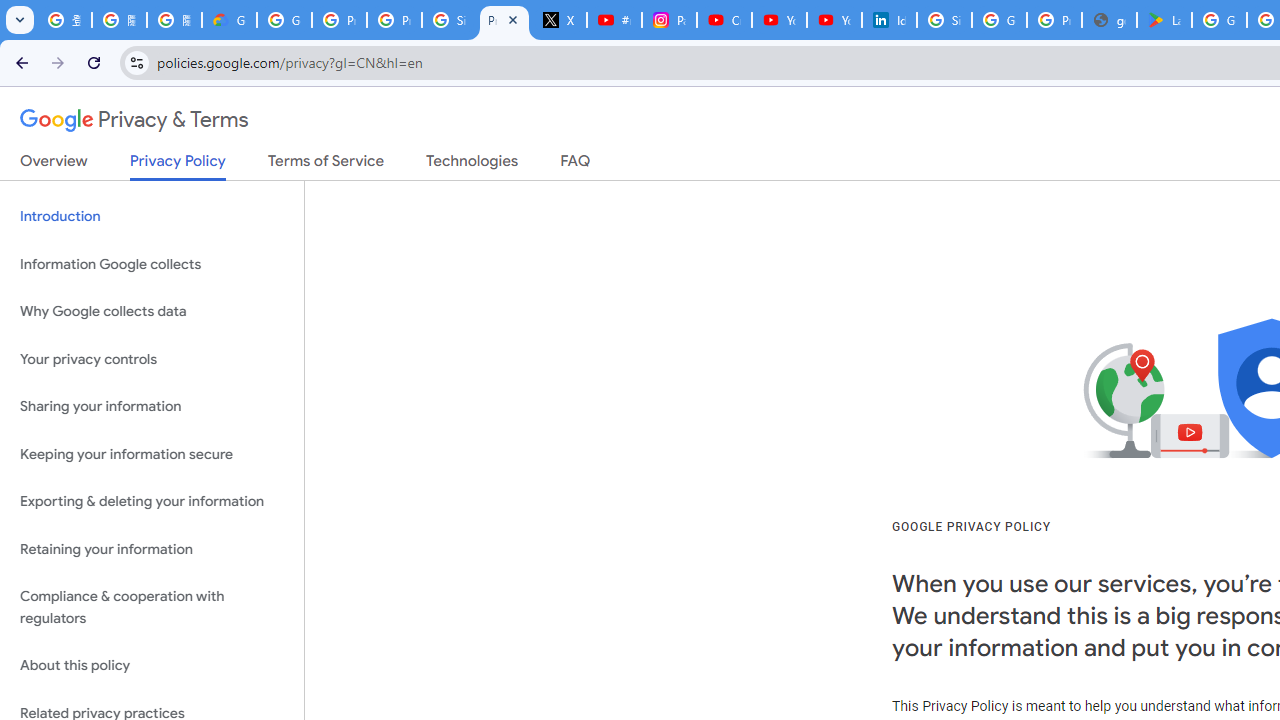 This screenshot has height=720, width=1280. What do you see at coordinates (151, 263) in the screenshot?
I see `'Information Google collects'` at bounding box center [151, 263].